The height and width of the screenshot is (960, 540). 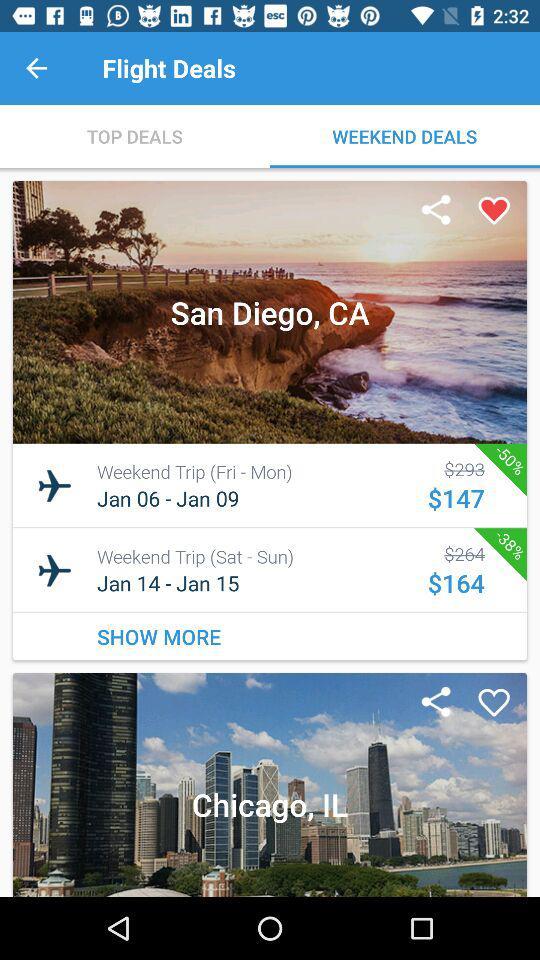 I want to click on the show more item, so click(x=270, y=635).